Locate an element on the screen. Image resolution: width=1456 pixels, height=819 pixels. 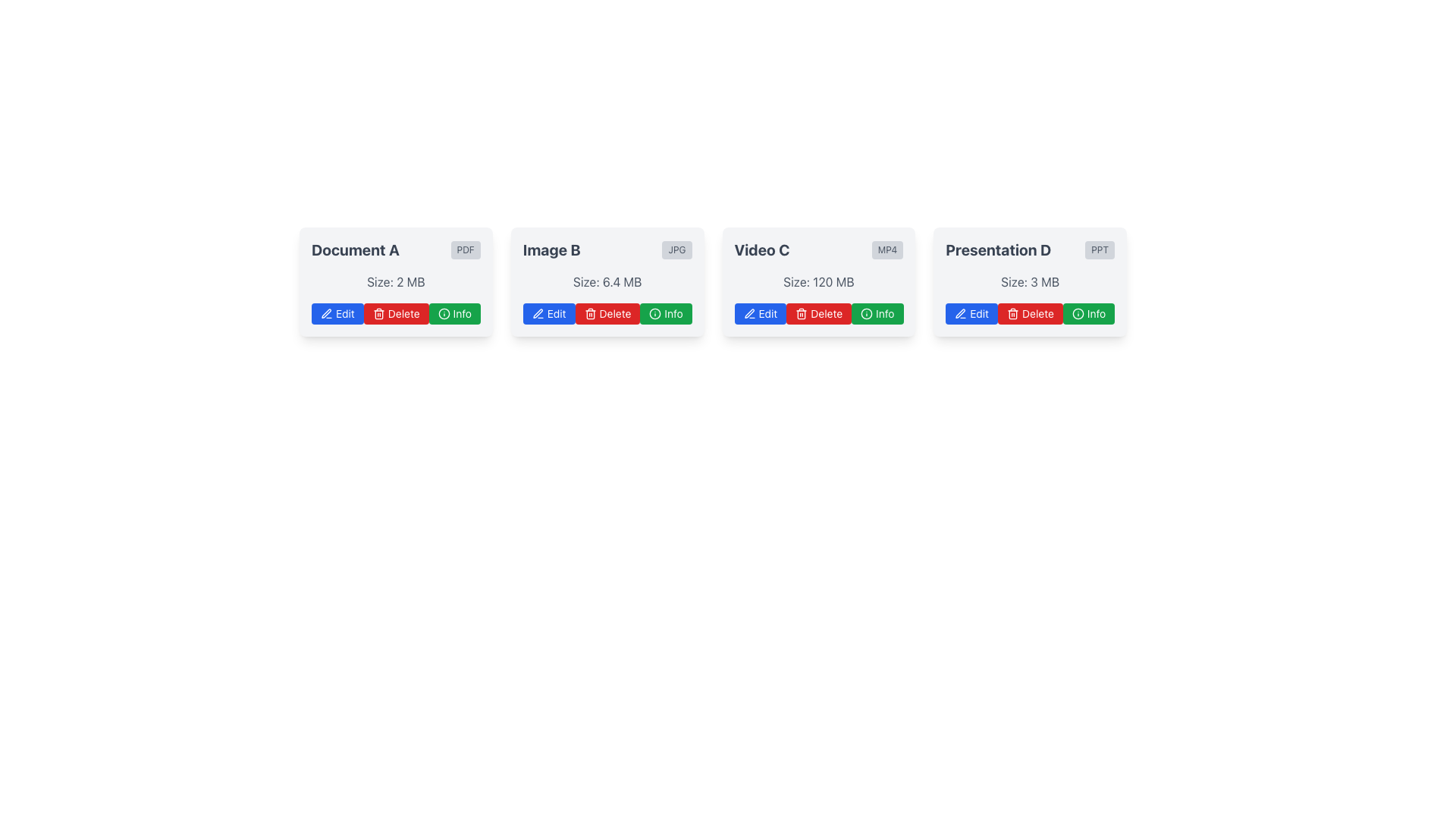
the small badge labeled 'PDF' located in the top-right corner of the card titled 'Document A' is located at coordinates (465, 249).